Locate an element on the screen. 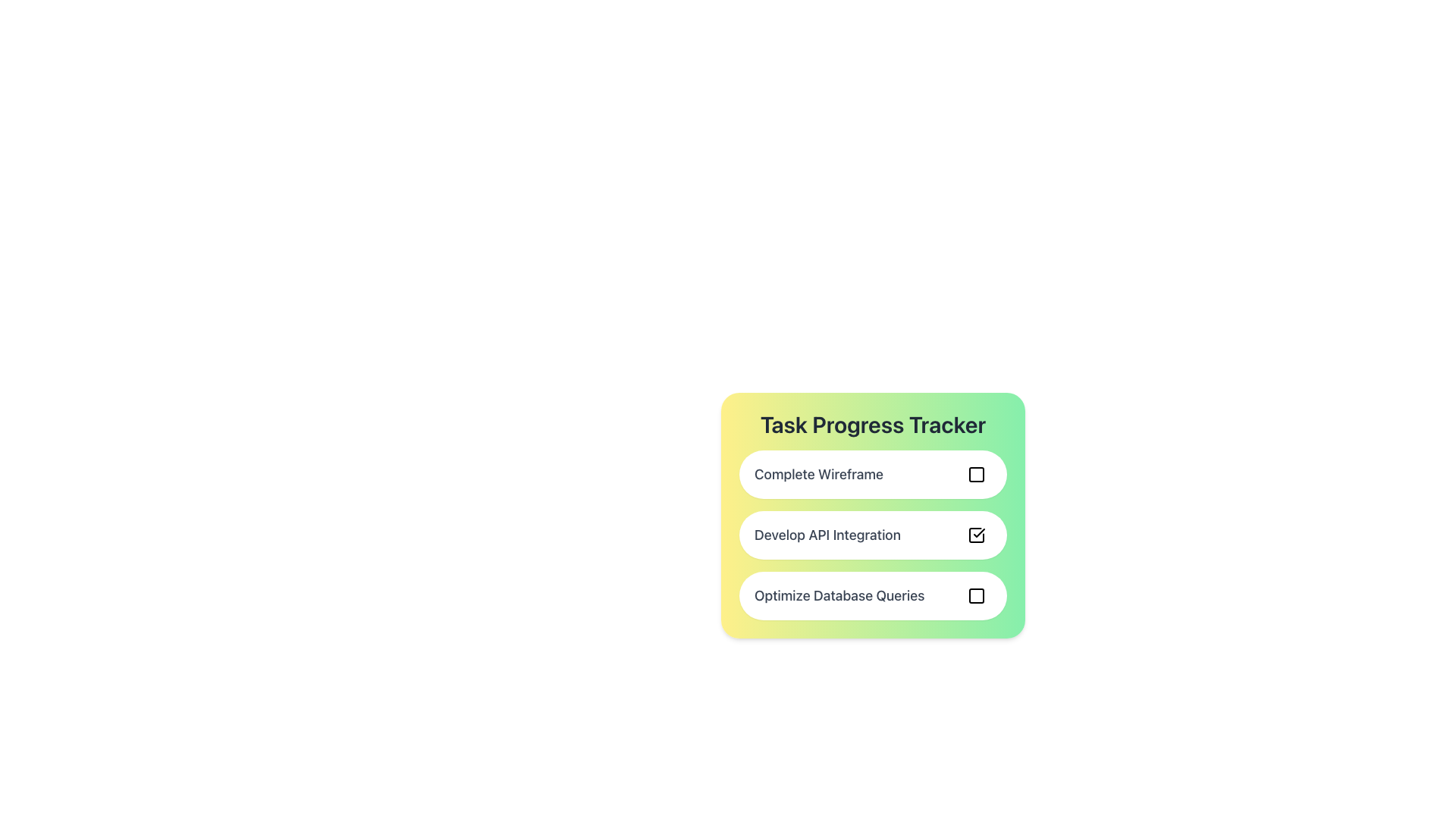  the checkbox icon associated with 'Optimize Database Queries' within the 'Task Progress Tracker' card is located at coordinates (976, 595).